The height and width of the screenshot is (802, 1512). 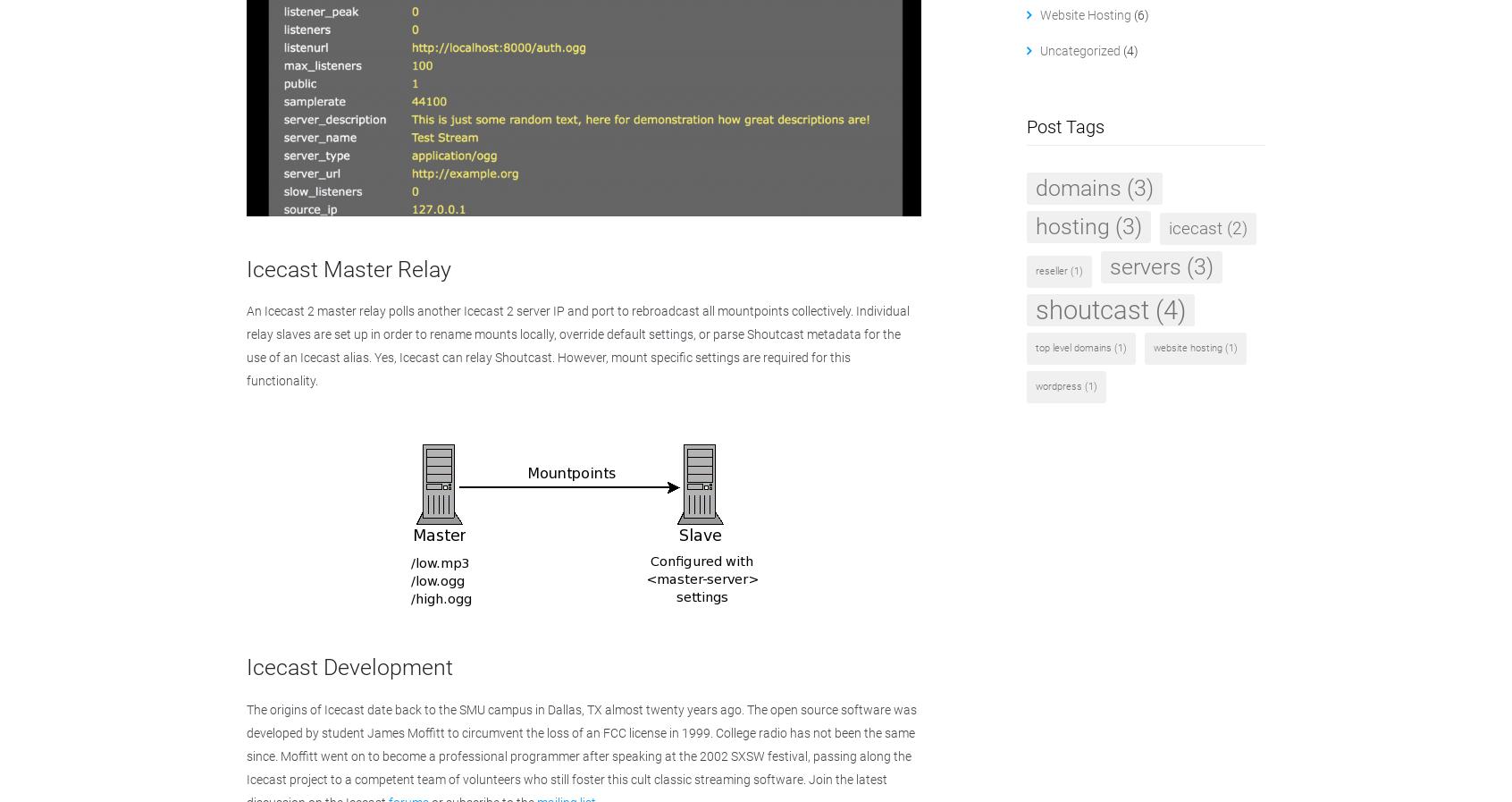 What do you see at coordinates (1072, 347) in the screenshot?
I see `'top level domains'` at bounding box center [1072, 347].